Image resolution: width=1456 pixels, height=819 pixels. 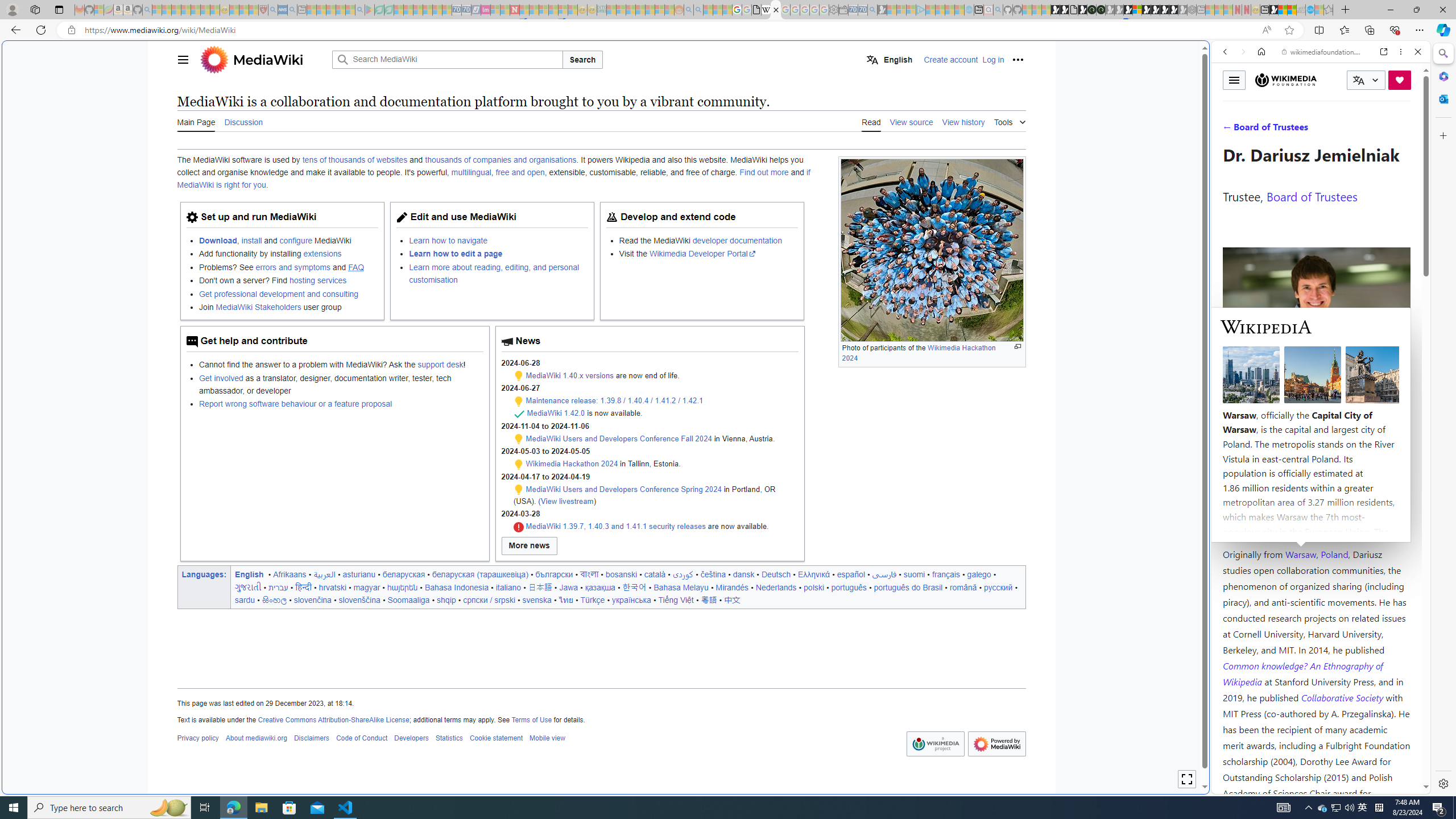 What do you see at coordinates (524, 9) in the screenshot?
I see `'Trusted Community Engagement and Contributions | Guidelines'` at bounding box center [524, 9].